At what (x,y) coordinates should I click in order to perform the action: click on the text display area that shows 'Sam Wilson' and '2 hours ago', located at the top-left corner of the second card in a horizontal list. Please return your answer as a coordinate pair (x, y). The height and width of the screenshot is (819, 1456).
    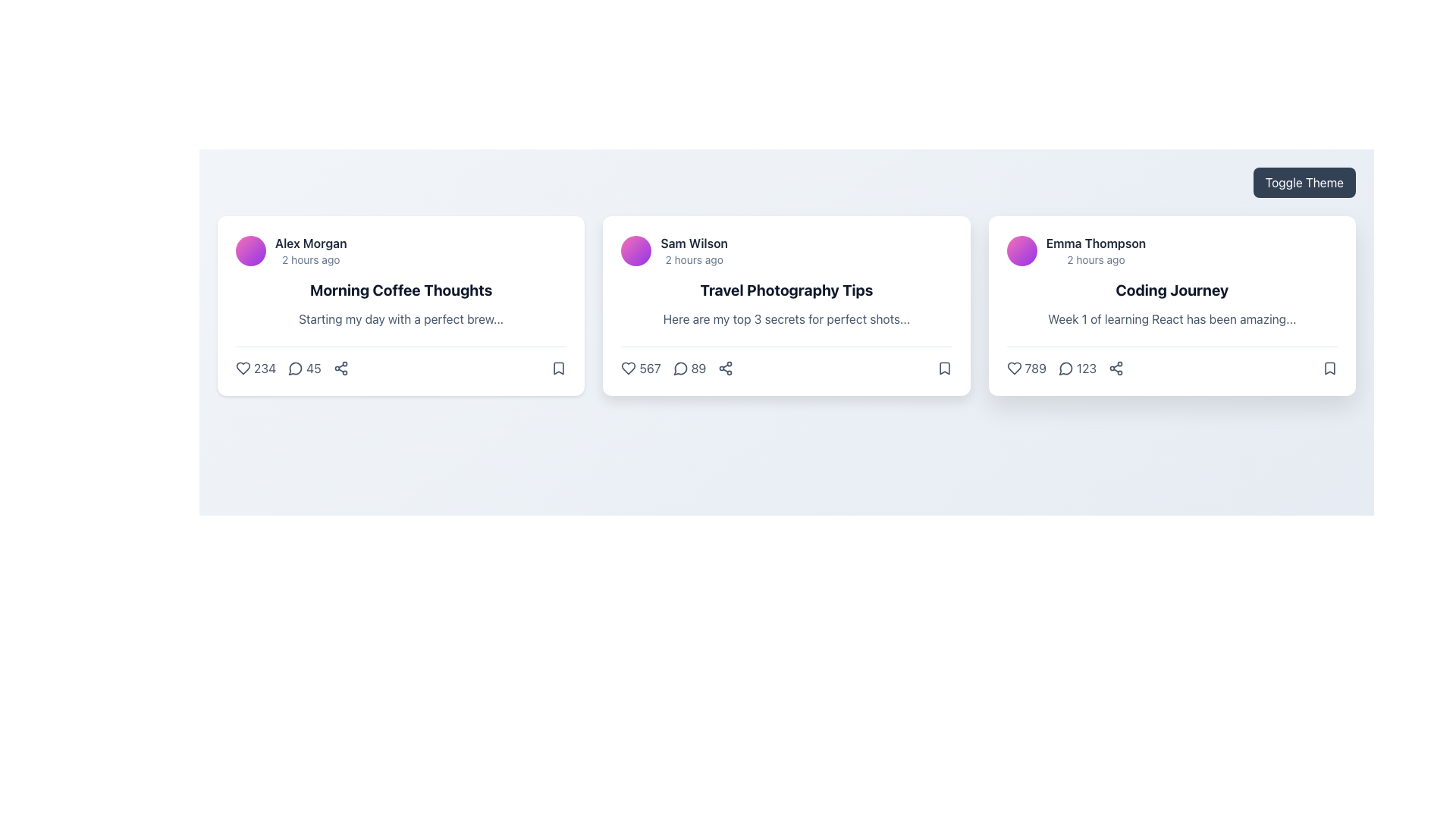
    Looking at the image, I should click on (693, 250).